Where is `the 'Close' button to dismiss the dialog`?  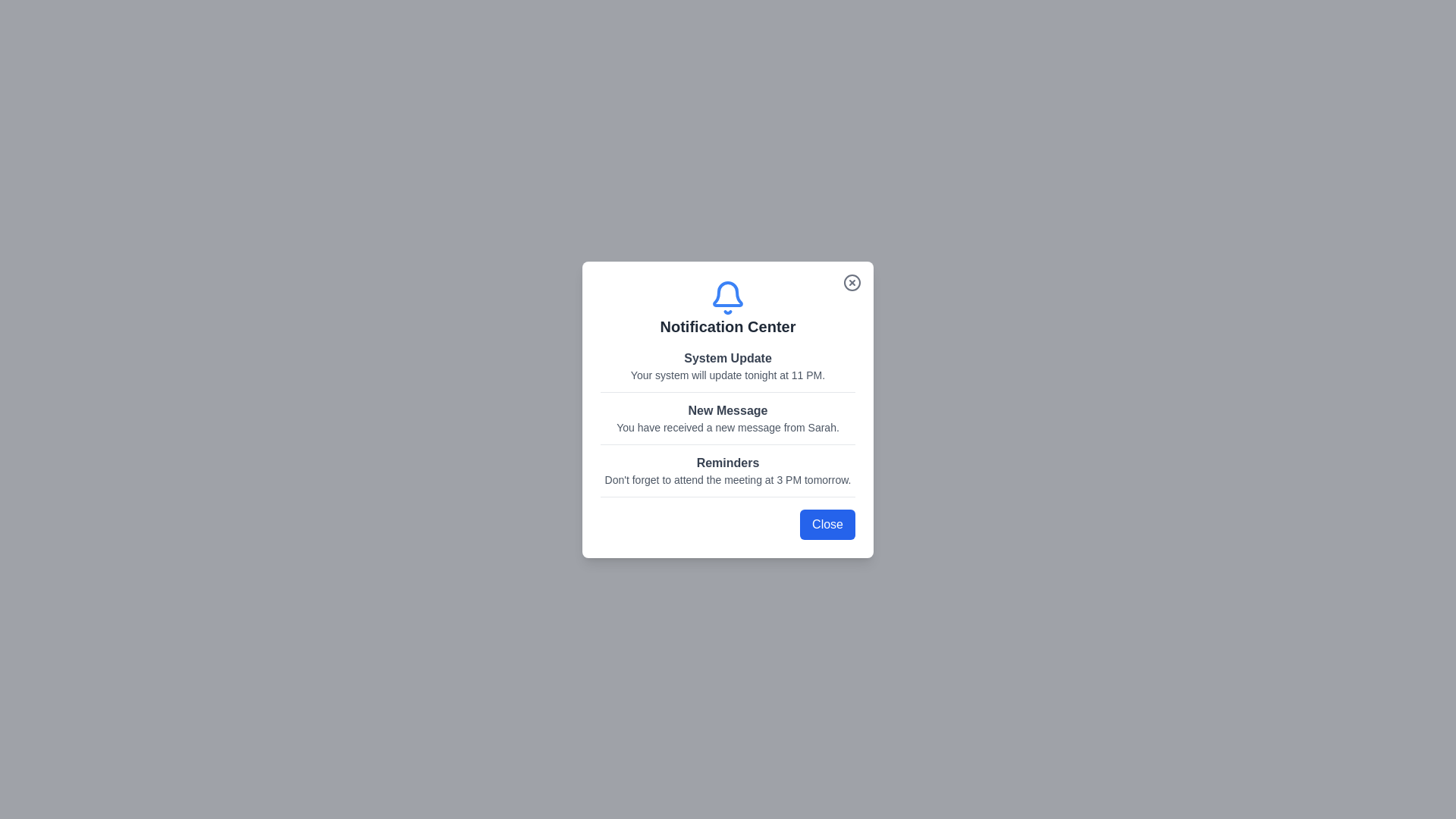 the 'Close' button to dismiss the dialog is located at coordinates (827, 523).